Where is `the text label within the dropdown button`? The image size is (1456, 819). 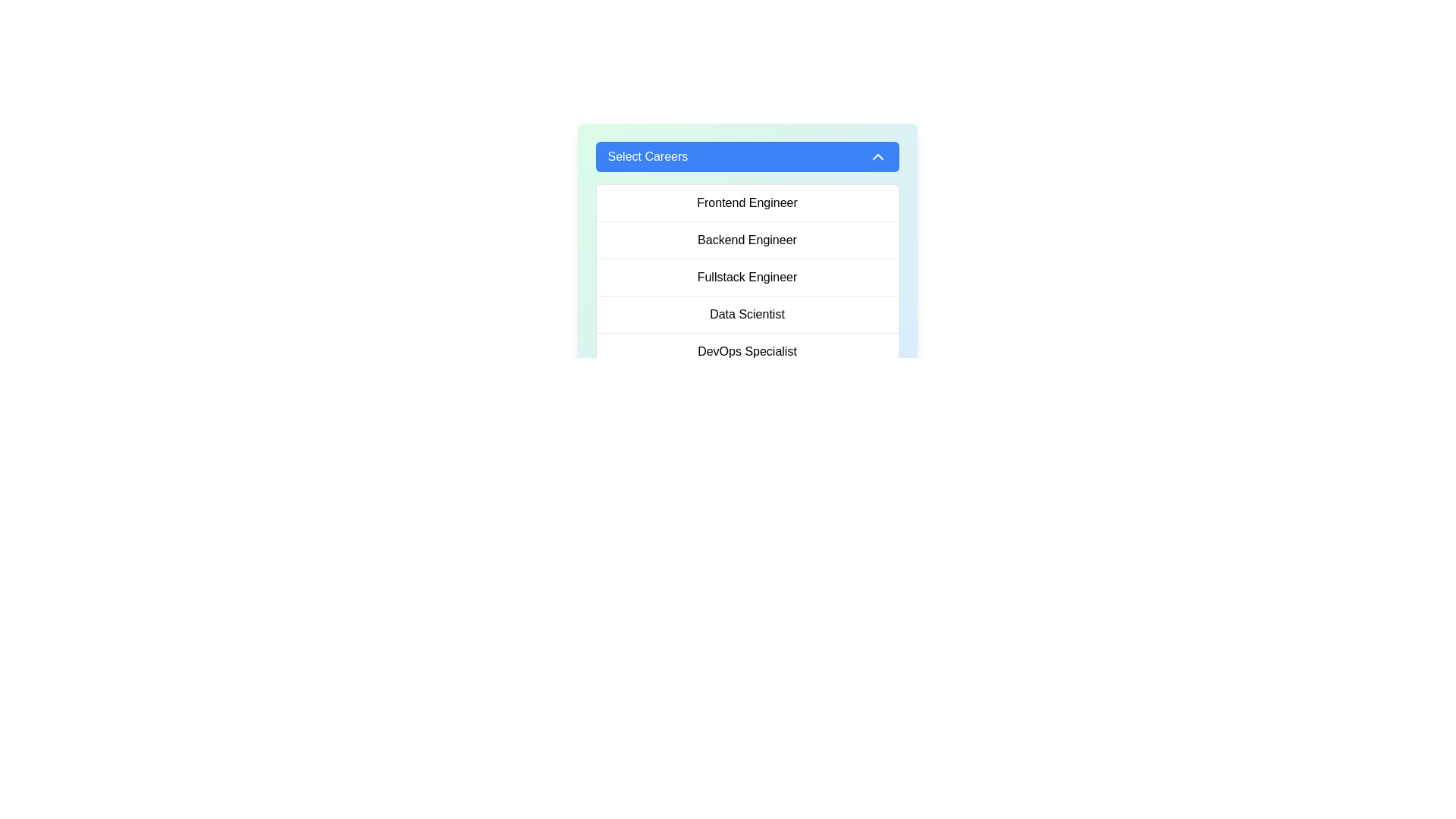 the text label within the dropdown button is located at coordinates (648, 157).